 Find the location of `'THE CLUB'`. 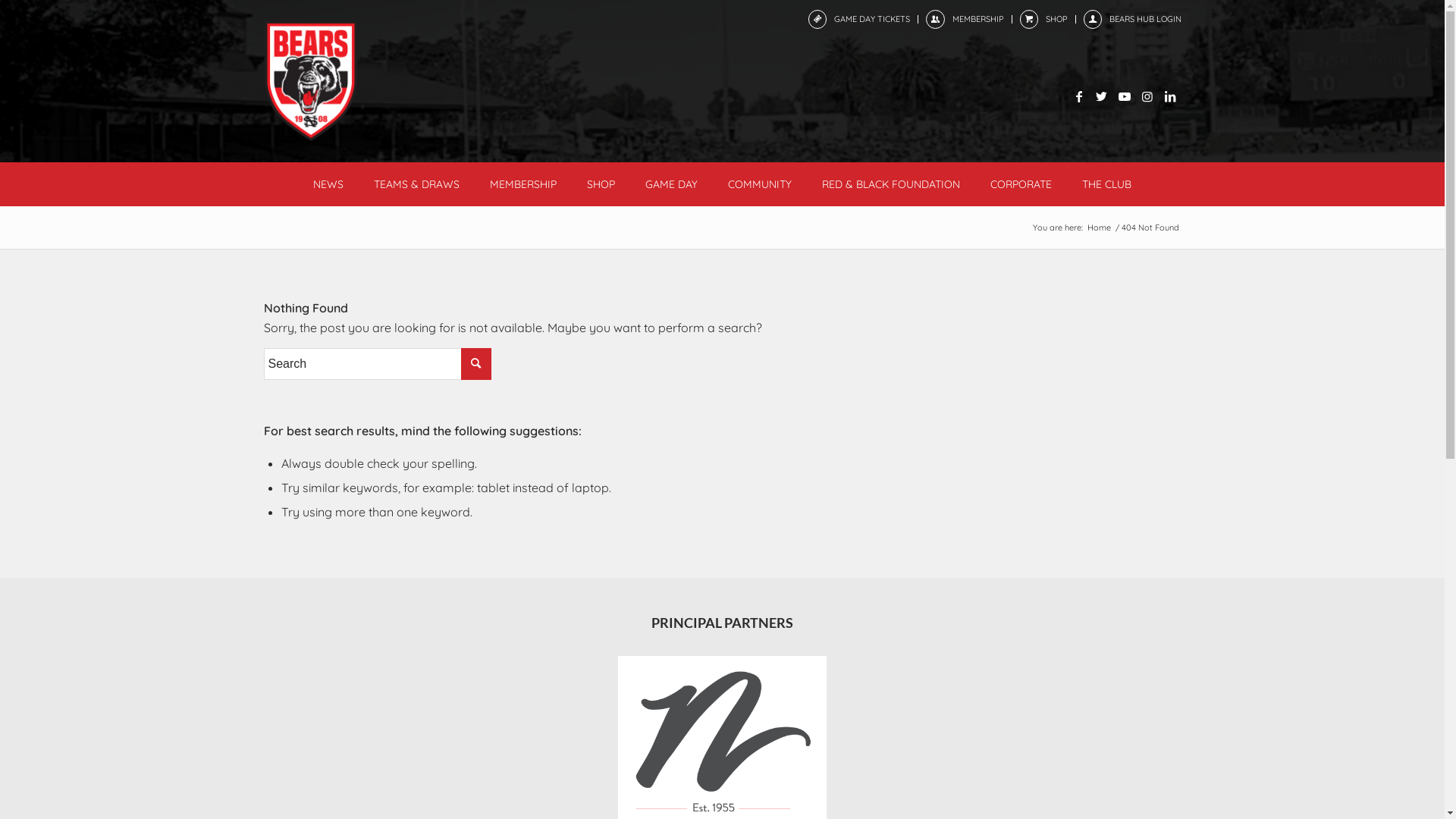

'THE CLUB' is located at coordinates (1106, 184).